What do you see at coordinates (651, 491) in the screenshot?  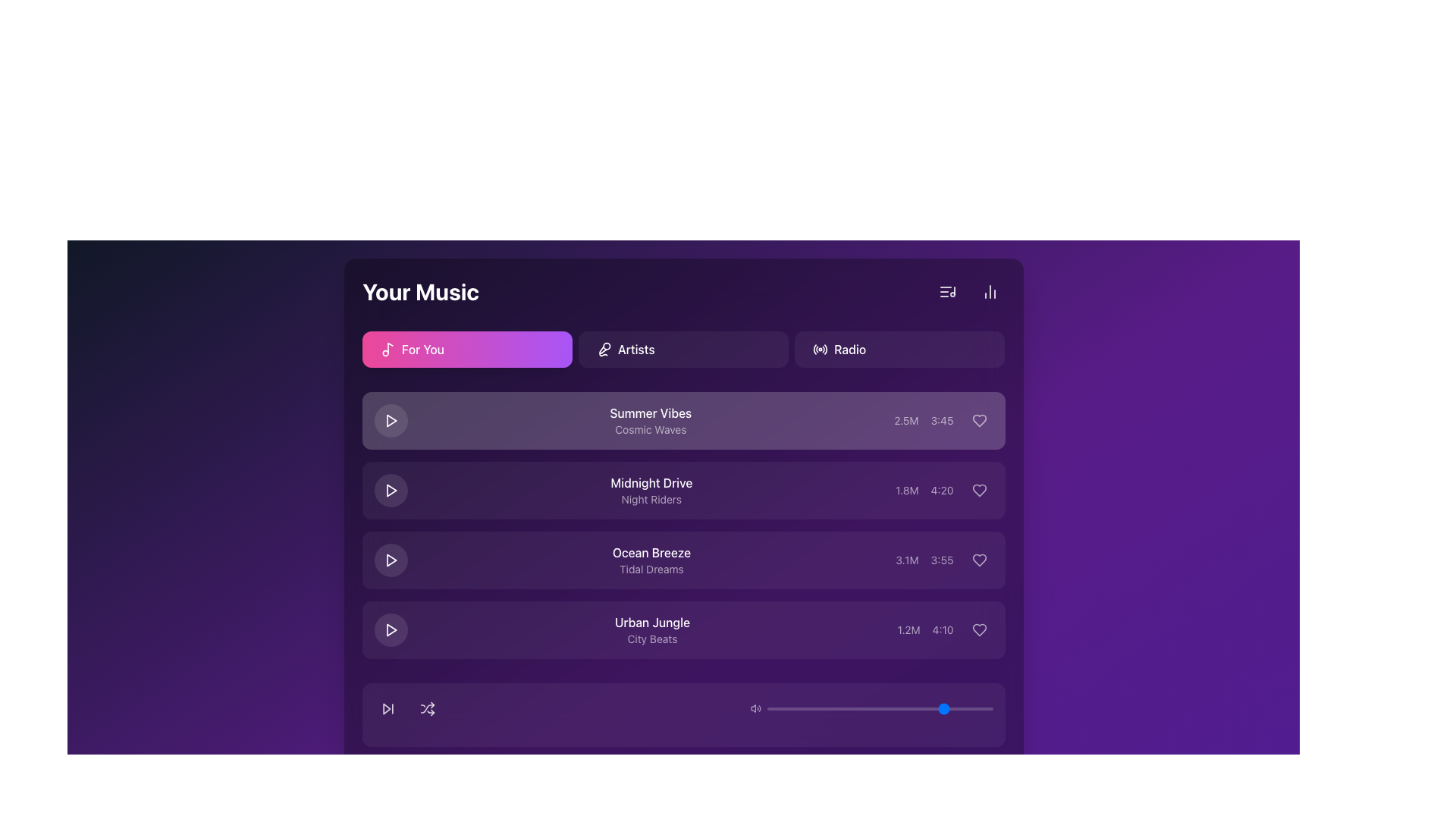 I see `the text display indicating the song 'Midnight Drive' and artist 'Night Riders' to perform an action, such as playing the song` at bounding box center [651, 491].